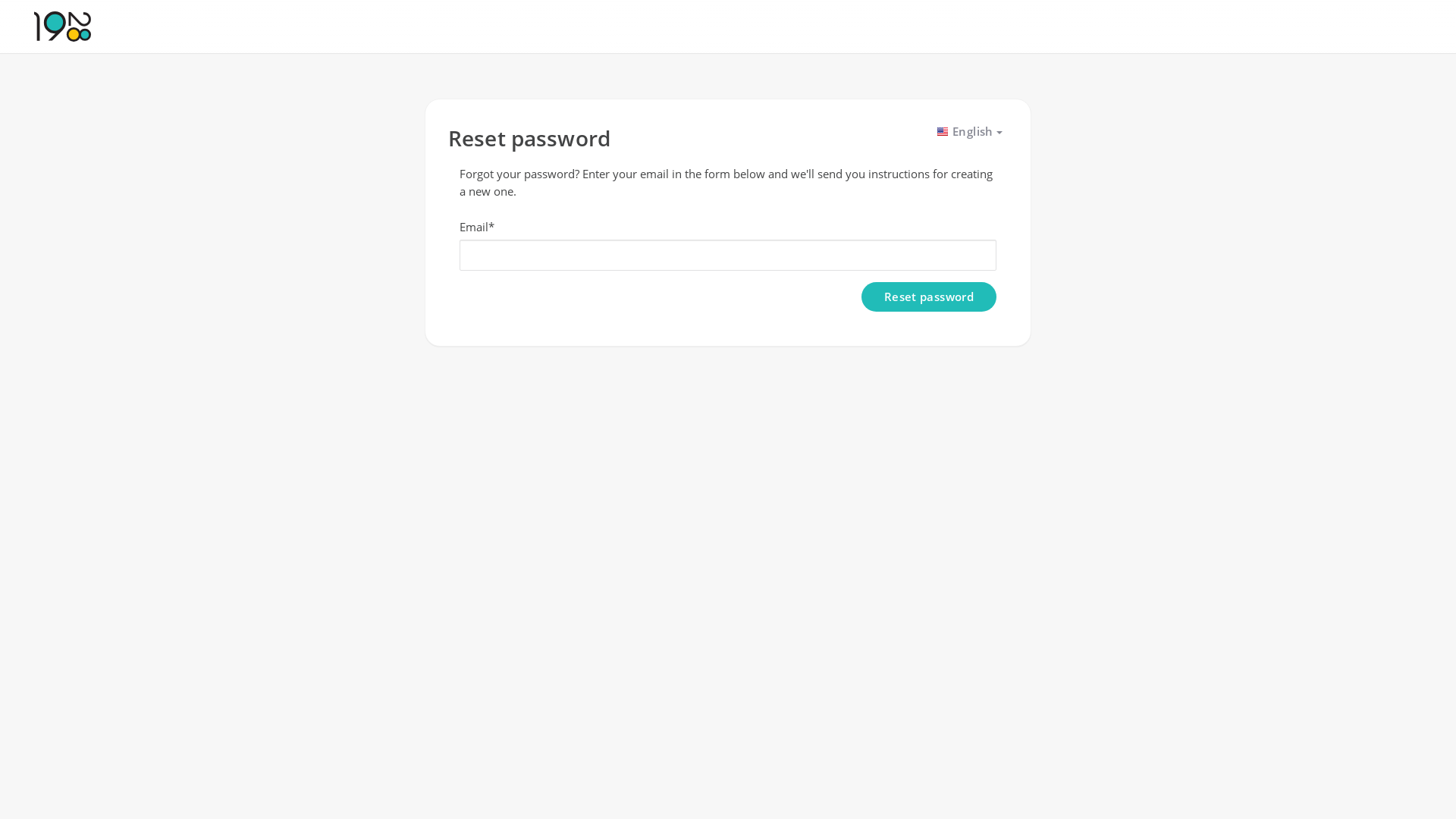  I want to click on 'Reset password', so click(927, 297).